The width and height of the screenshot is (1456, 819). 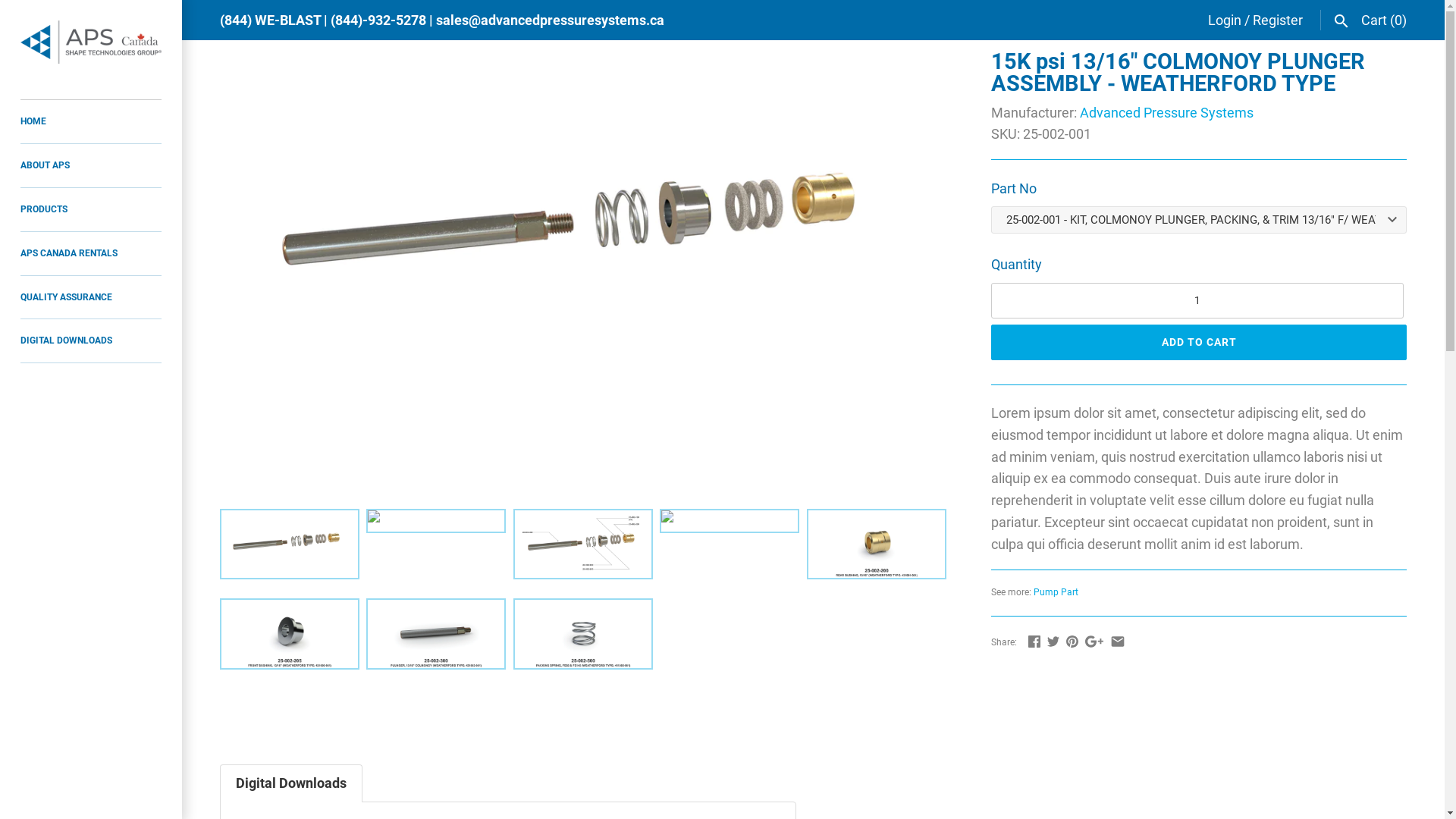 What do you see at coordinates (1383, 20) in the screenshot?
I see `'Cart (0)'` at bounding box center [1383, 20].